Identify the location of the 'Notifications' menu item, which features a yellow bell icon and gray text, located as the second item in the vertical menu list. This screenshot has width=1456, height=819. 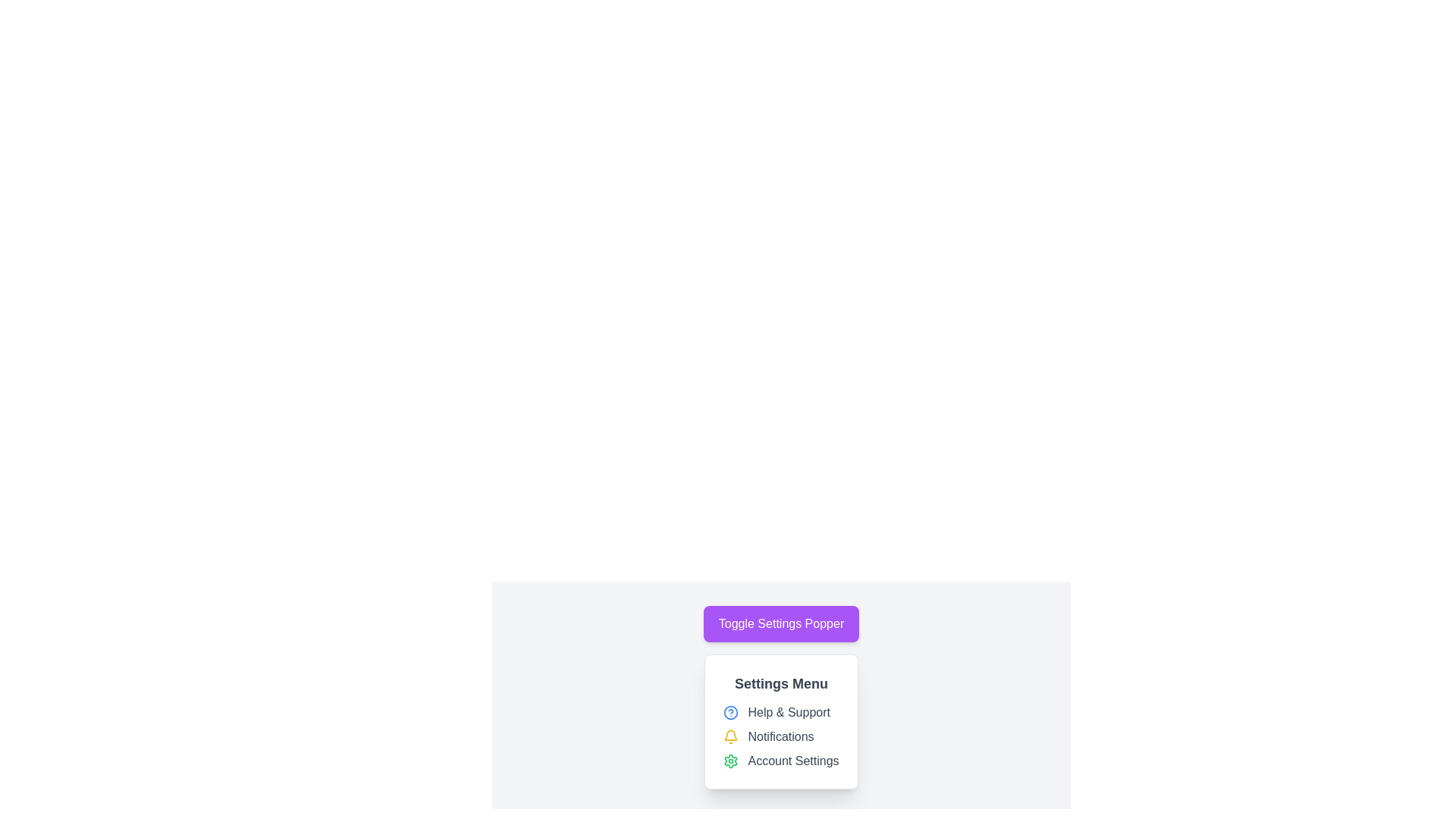
(781, 736).